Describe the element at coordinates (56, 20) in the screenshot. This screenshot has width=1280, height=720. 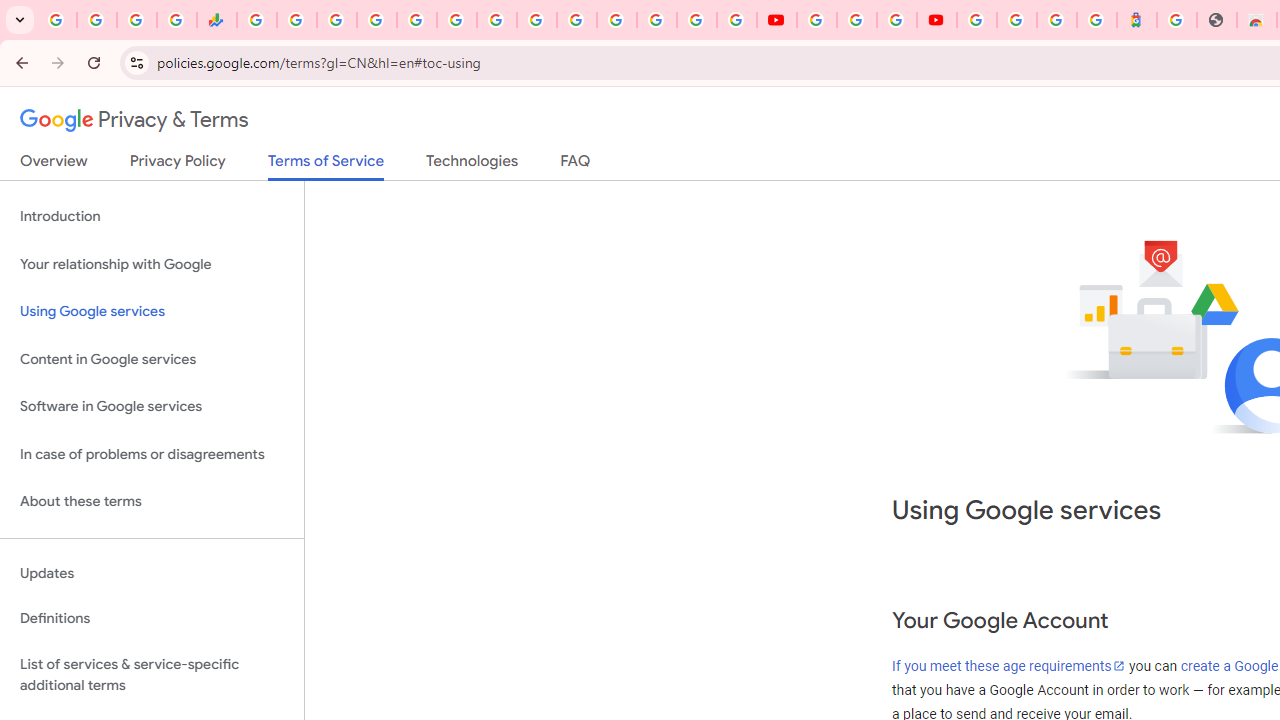
I see `'Google Workspace Admin Community'` at that location.